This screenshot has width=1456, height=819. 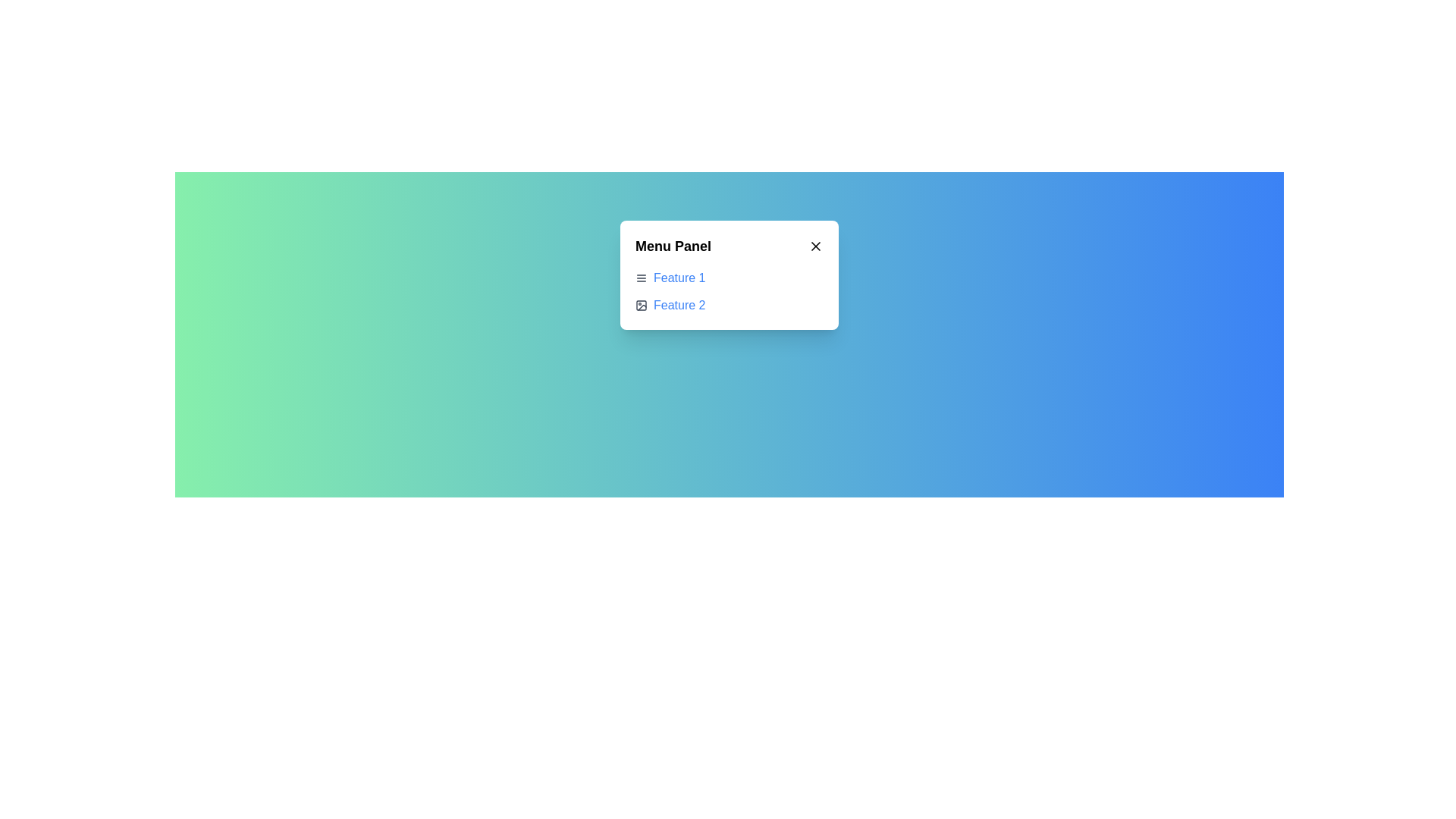 I want to click on the hyperlink labeled 'Feature 1' located in the menu panel under the title 'Menu Panel', so click(x=679, y=278).